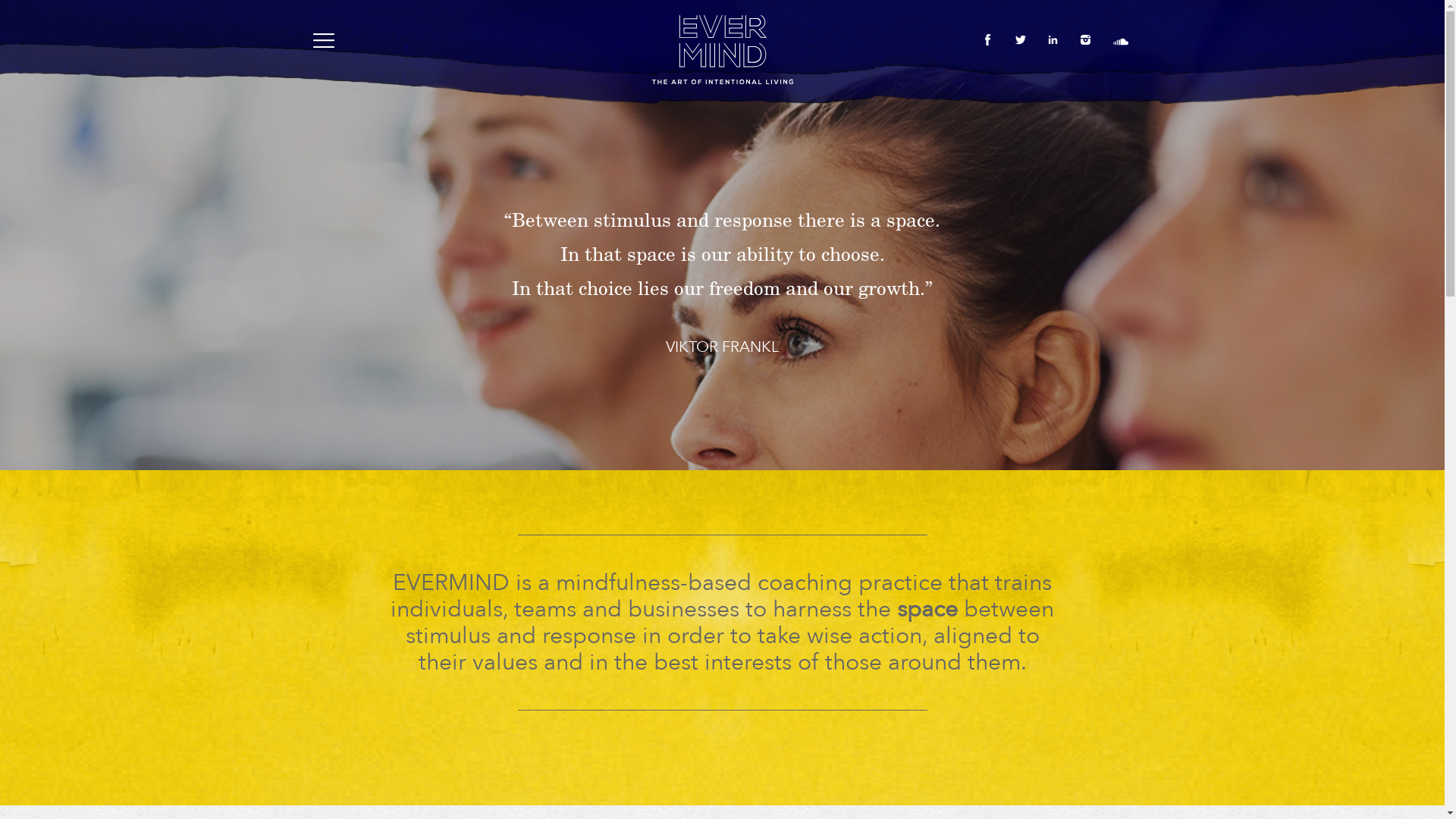 This screenshot has width=1456, height=819. Describe the element at coordinates (1079, 39) in the screenshot. I see `'instagram'` at that location.